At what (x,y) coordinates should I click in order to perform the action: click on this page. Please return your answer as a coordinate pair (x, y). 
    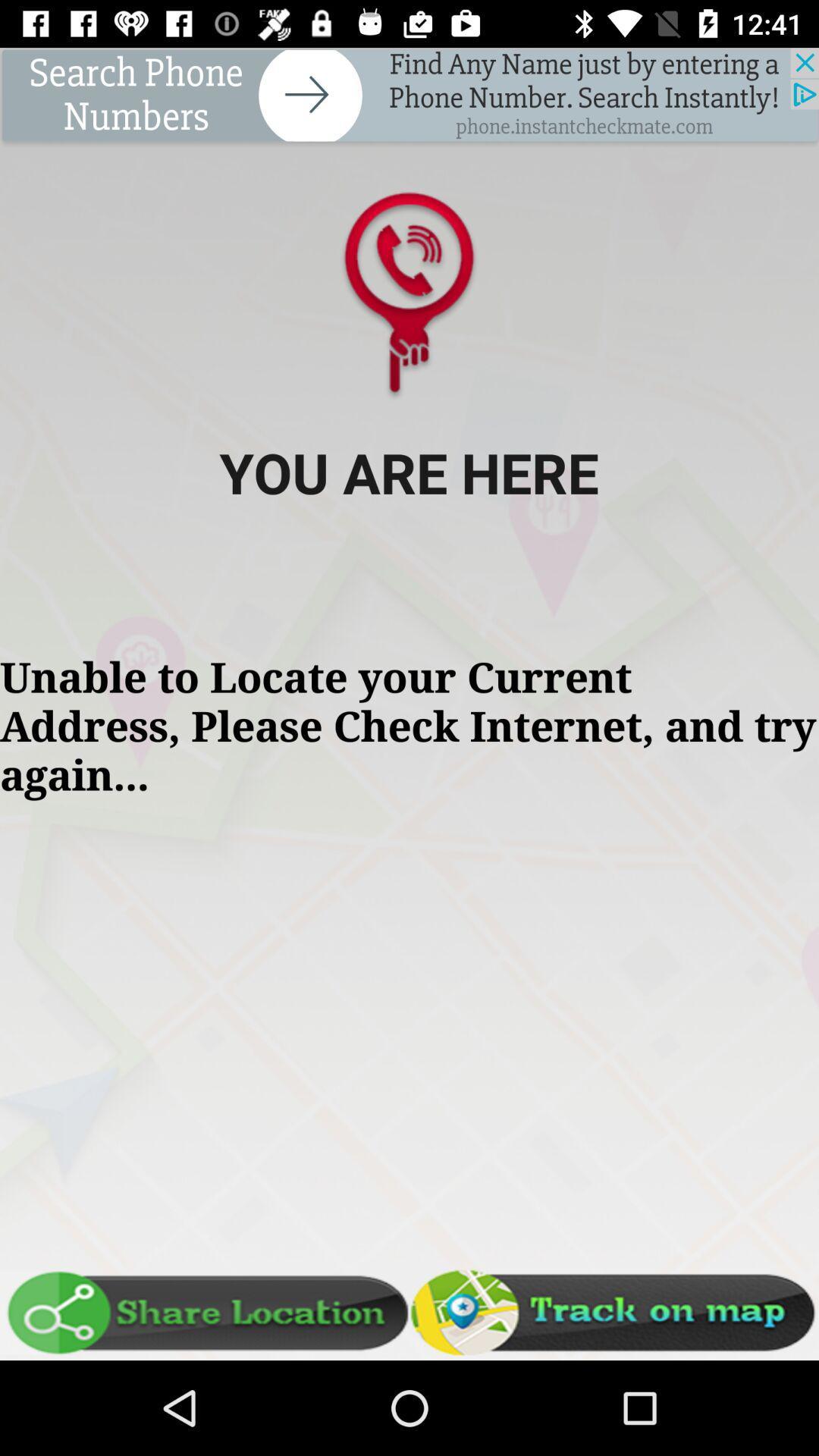
    Looking at the image, I should click on (409, 96).